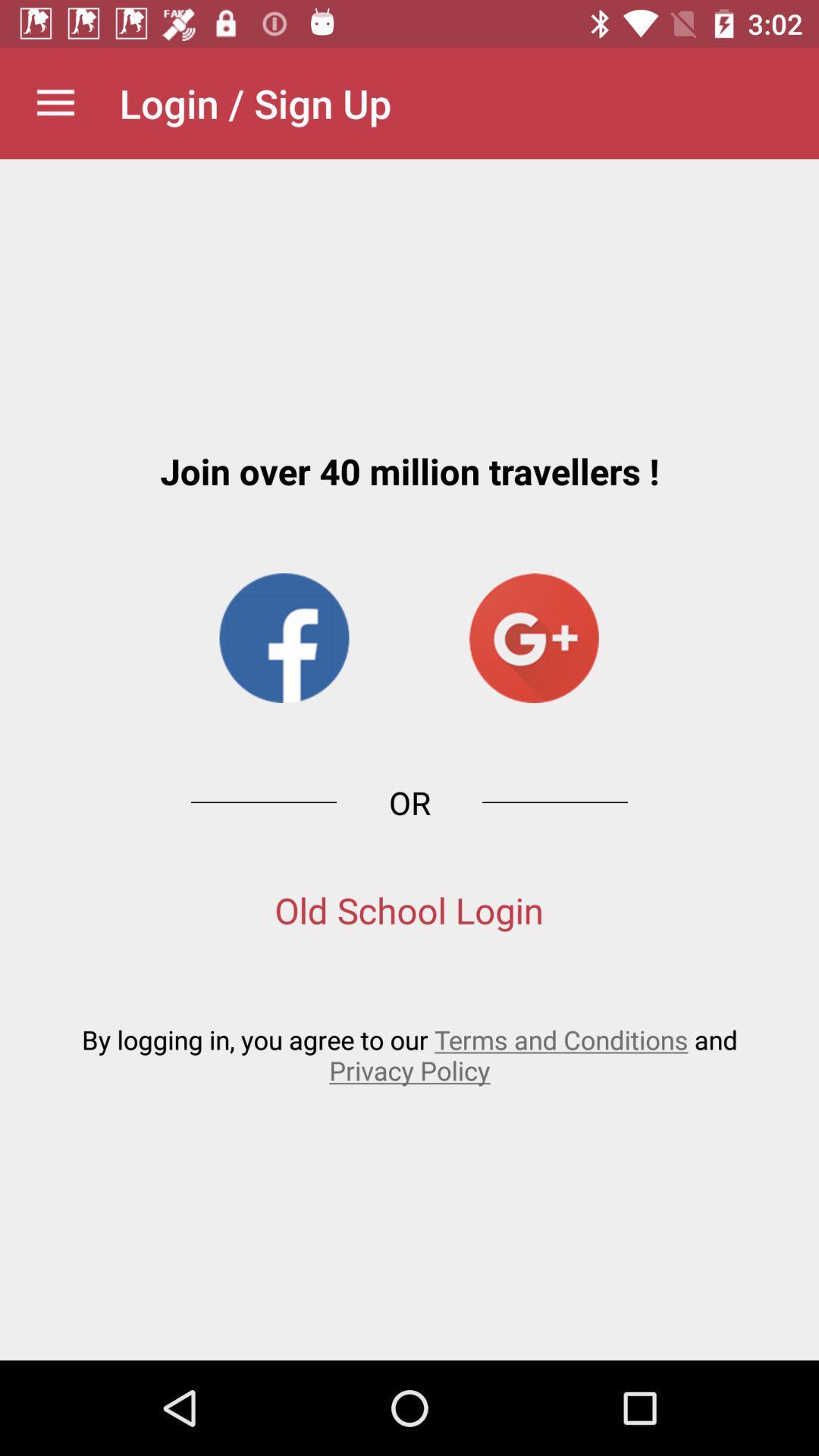 The width and height of the screenshot is (819, 1456). I want to click on the item above the by logging in item, so click(408, 910).